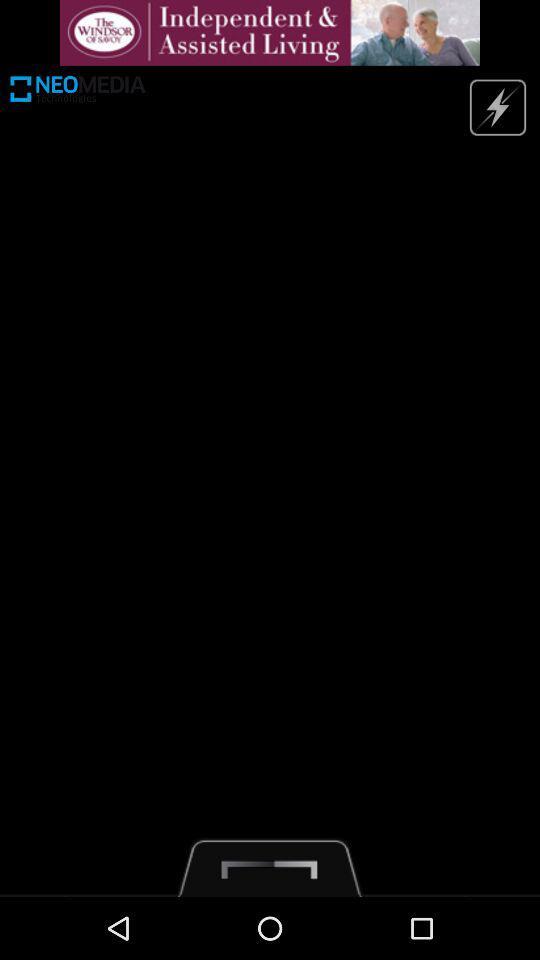 The height and width of the screenshot is (960, 540). Describe the element at coordinates (270, 31) in the screenshot. I see `advertisement bar` at that location.